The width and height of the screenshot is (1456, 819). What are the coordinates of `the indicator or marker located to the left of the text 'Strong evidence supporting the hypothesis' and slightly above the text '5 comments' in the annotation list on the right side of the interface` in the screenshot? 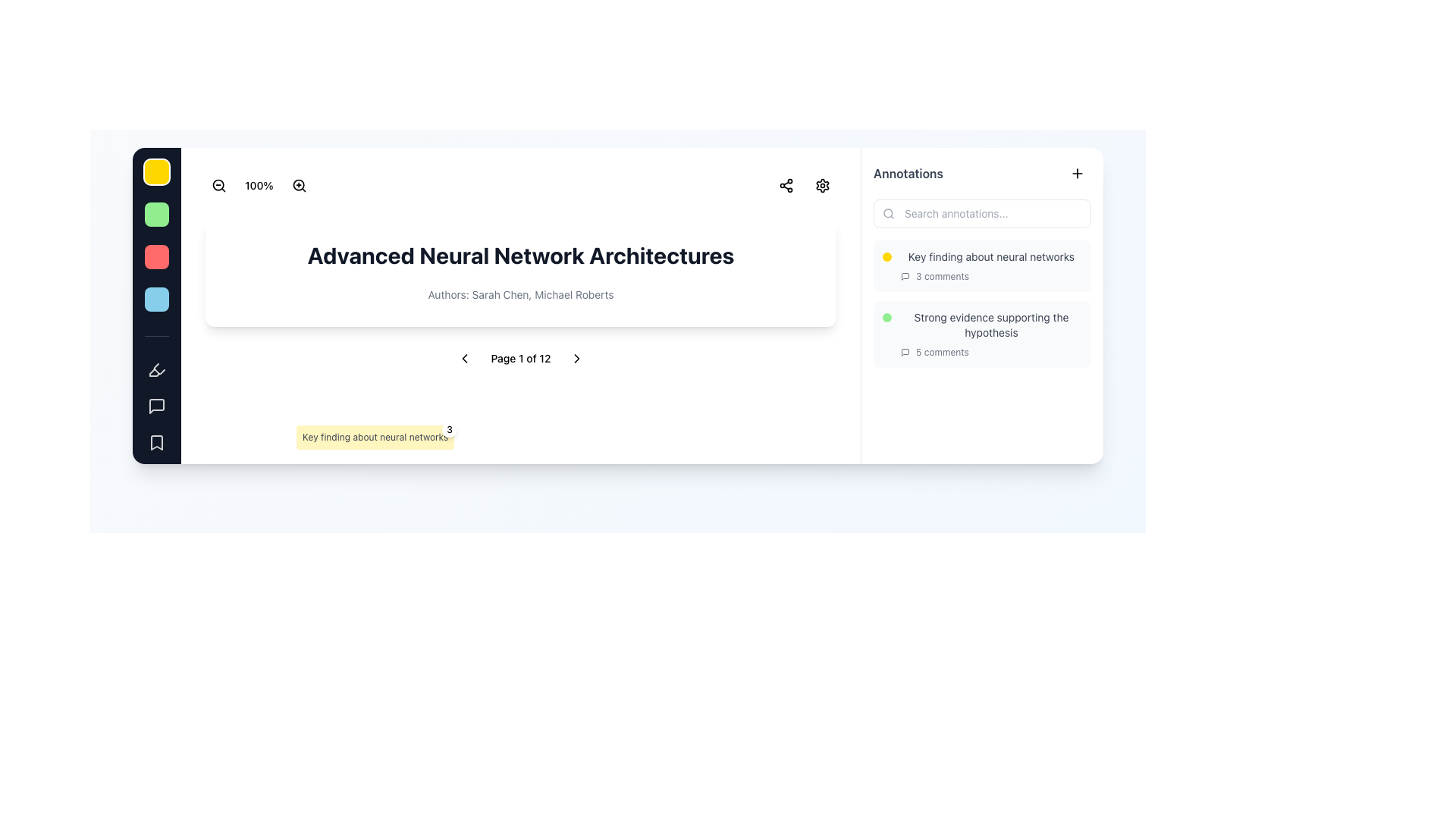 It's located at (887, 317).